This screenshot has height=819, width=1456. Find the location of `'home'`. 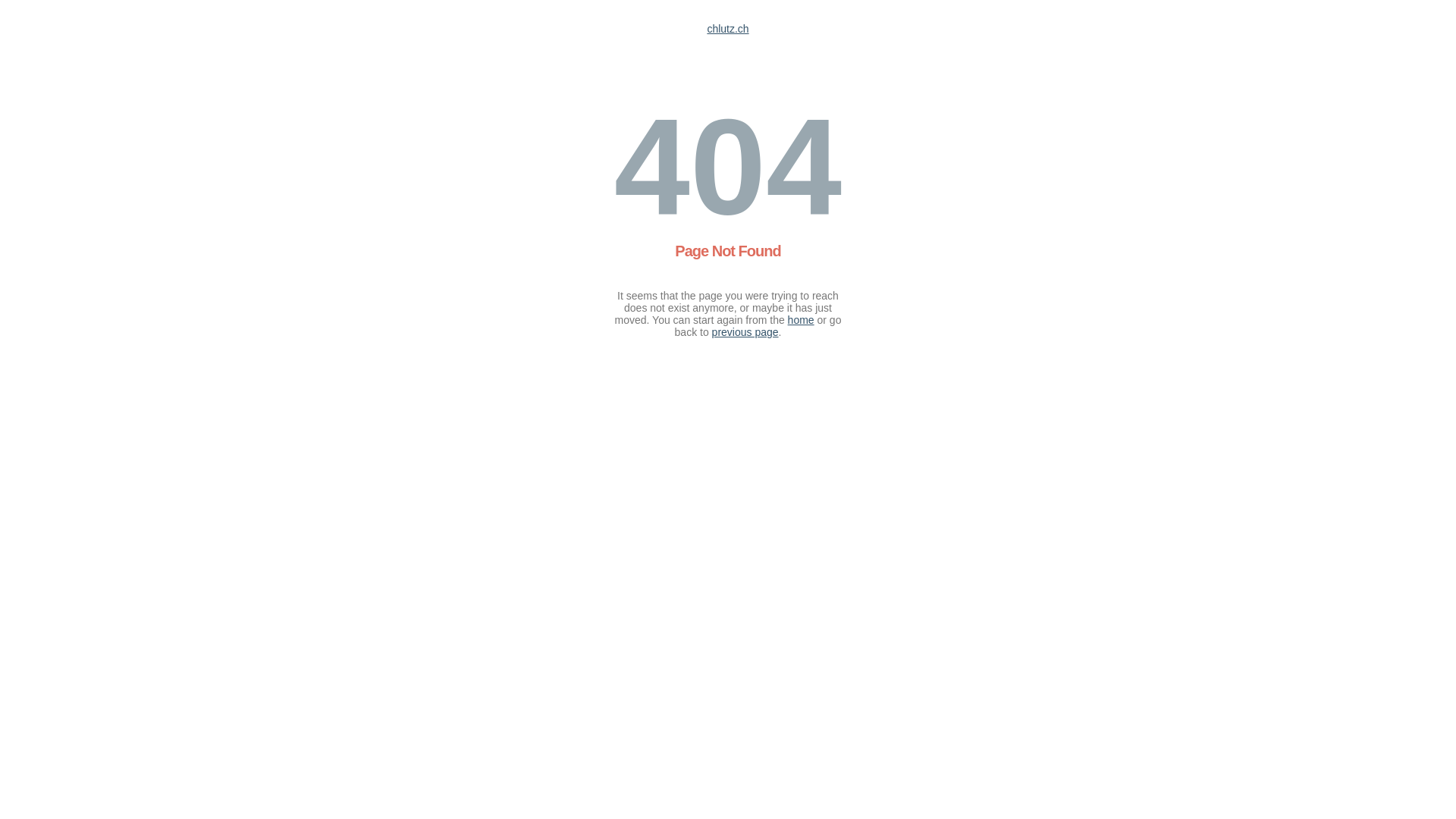

'home' is located at coordinates (800, 318).